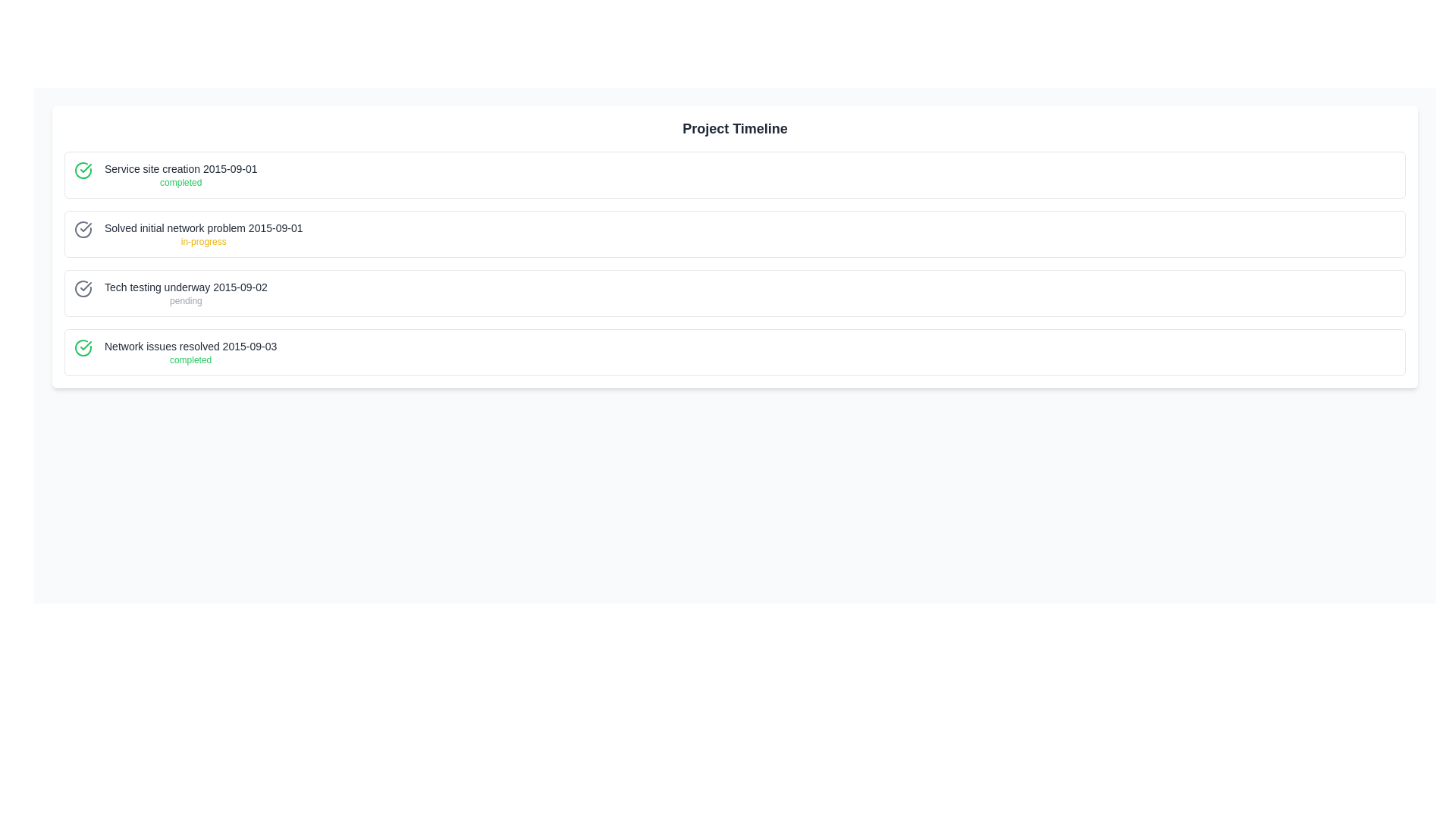 The width and height of the screenshot is (1456, 819). What do you see at coordinates (83, 170) in the screenshot?
I see `the circular green checkmark icon indicating successful completion for the 'Service site creation 2015-09-01 completed' row` at bounding box center [83, 170].